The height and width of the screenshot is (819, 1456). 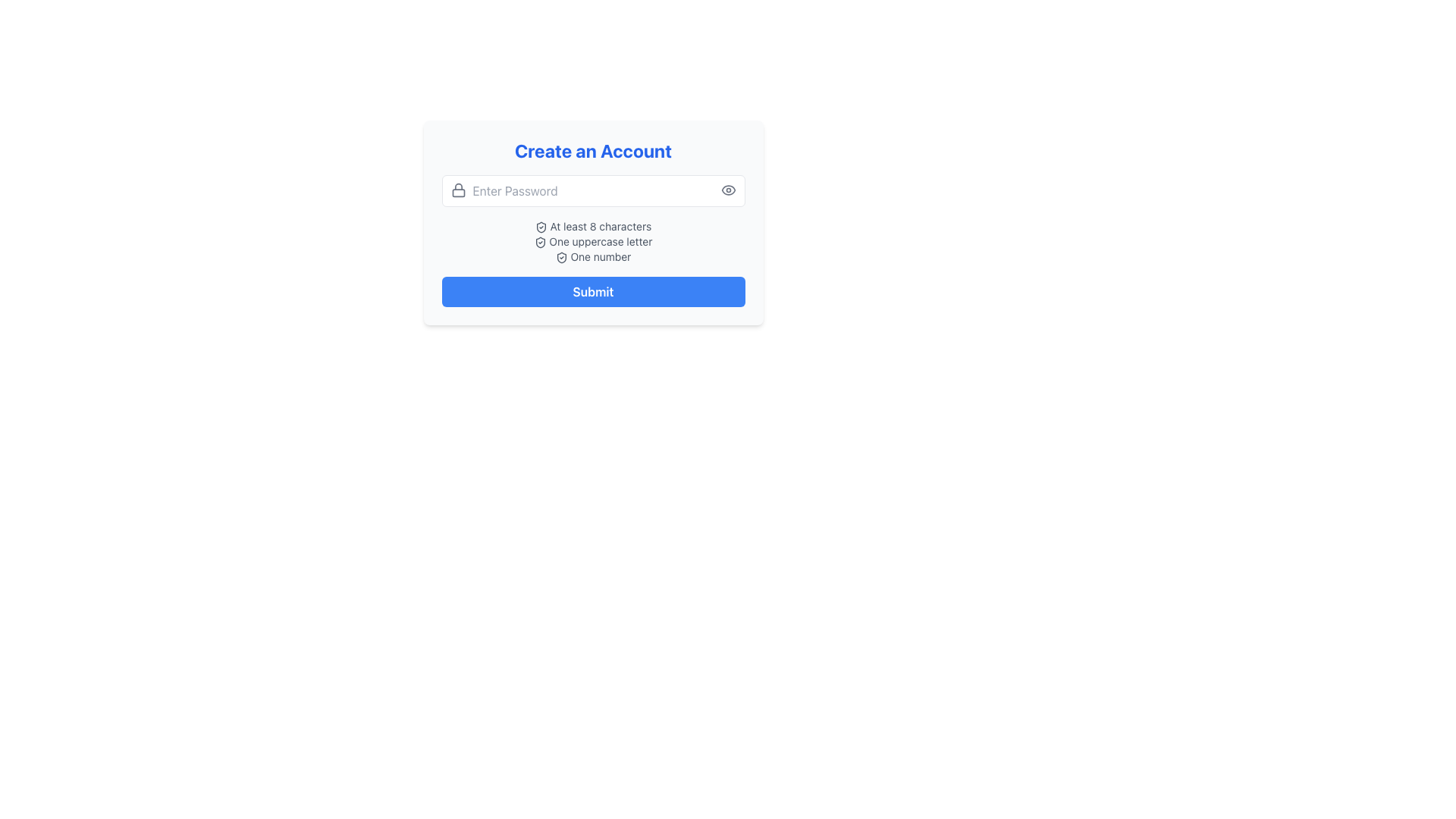 I want to click on the leftmost icon in the vertically stacked list of password criteria indicators located below the 'Enter Password' input field for visual state changes, indicating compliance with the password requirement of at least 8 characters, so click(x=541, y=227).